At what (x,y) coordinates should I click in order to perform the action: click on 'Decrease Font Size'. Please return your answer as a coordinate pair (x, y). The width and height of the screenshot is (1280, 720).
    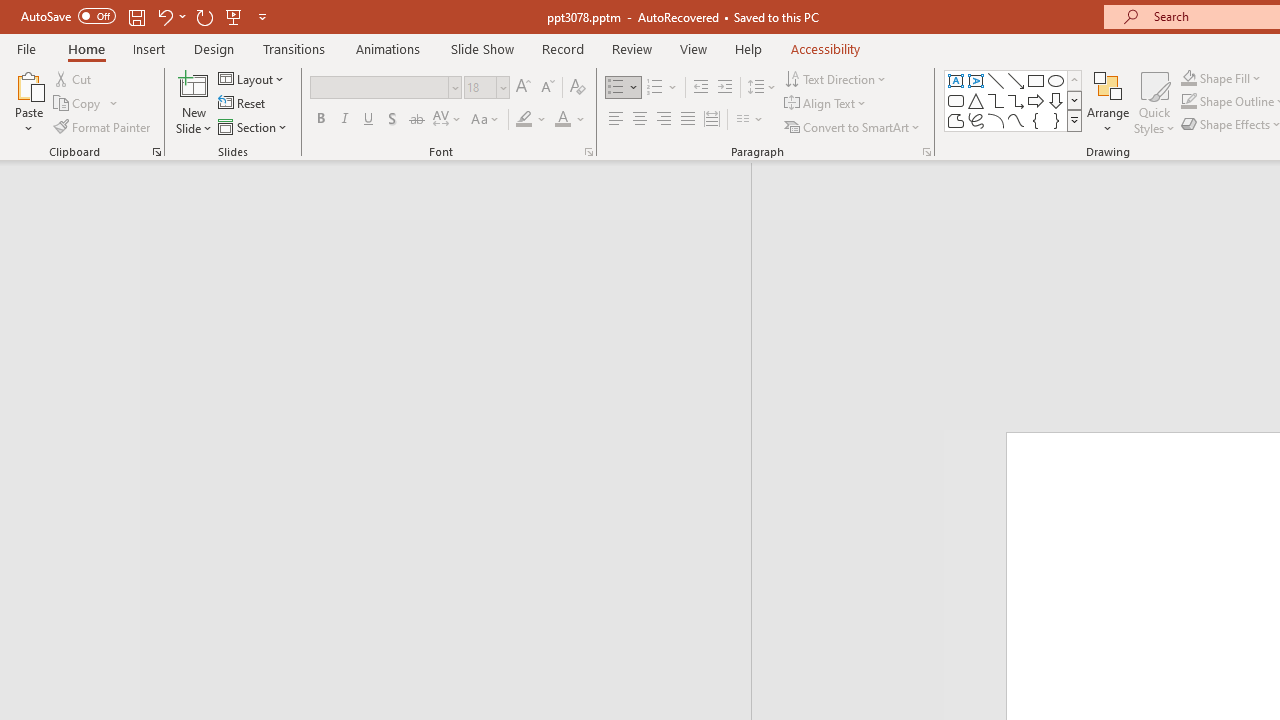
    Looking at the image, I should click on (547, 86).